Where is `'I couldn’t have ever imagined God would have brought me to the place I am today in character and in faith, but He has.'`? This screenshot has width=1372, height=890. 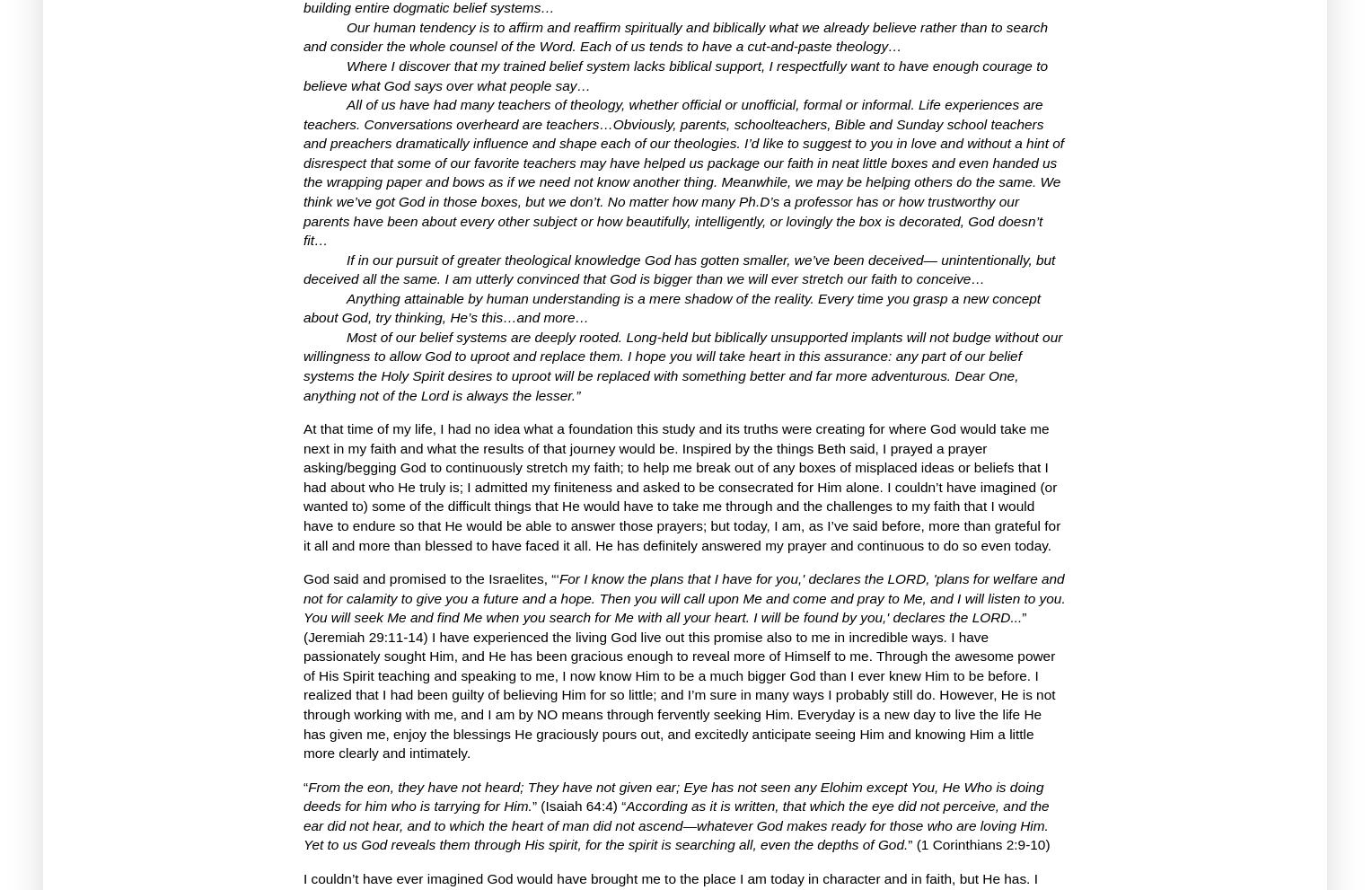 'I couldn’t have ever imagined God would have brought me to the place I am today in character and in faith, but He has.' is located at coordinates (665, 877).